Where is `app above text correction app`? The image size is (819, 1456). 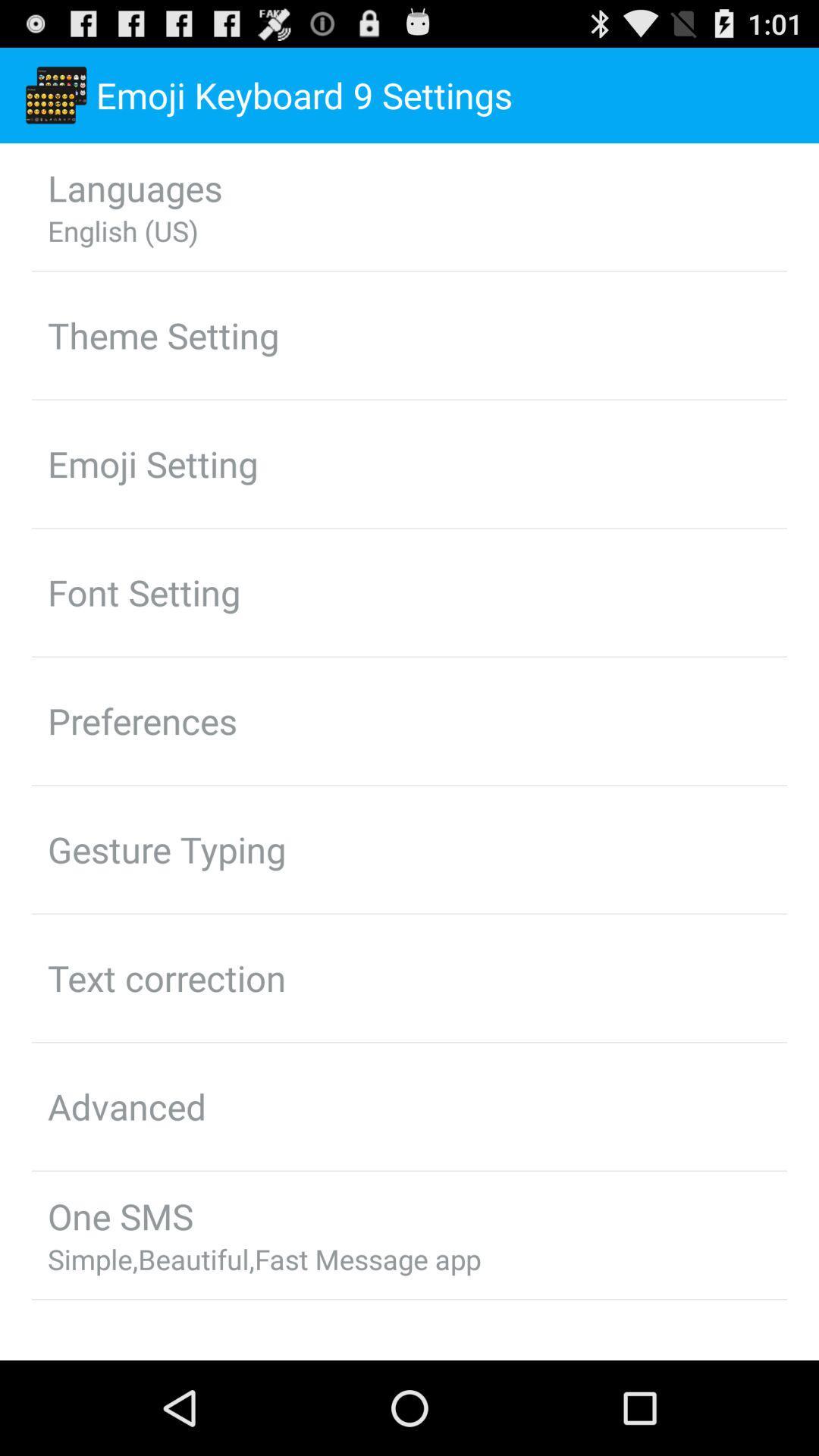 app above text correction app is located at coordinates (167, 849).